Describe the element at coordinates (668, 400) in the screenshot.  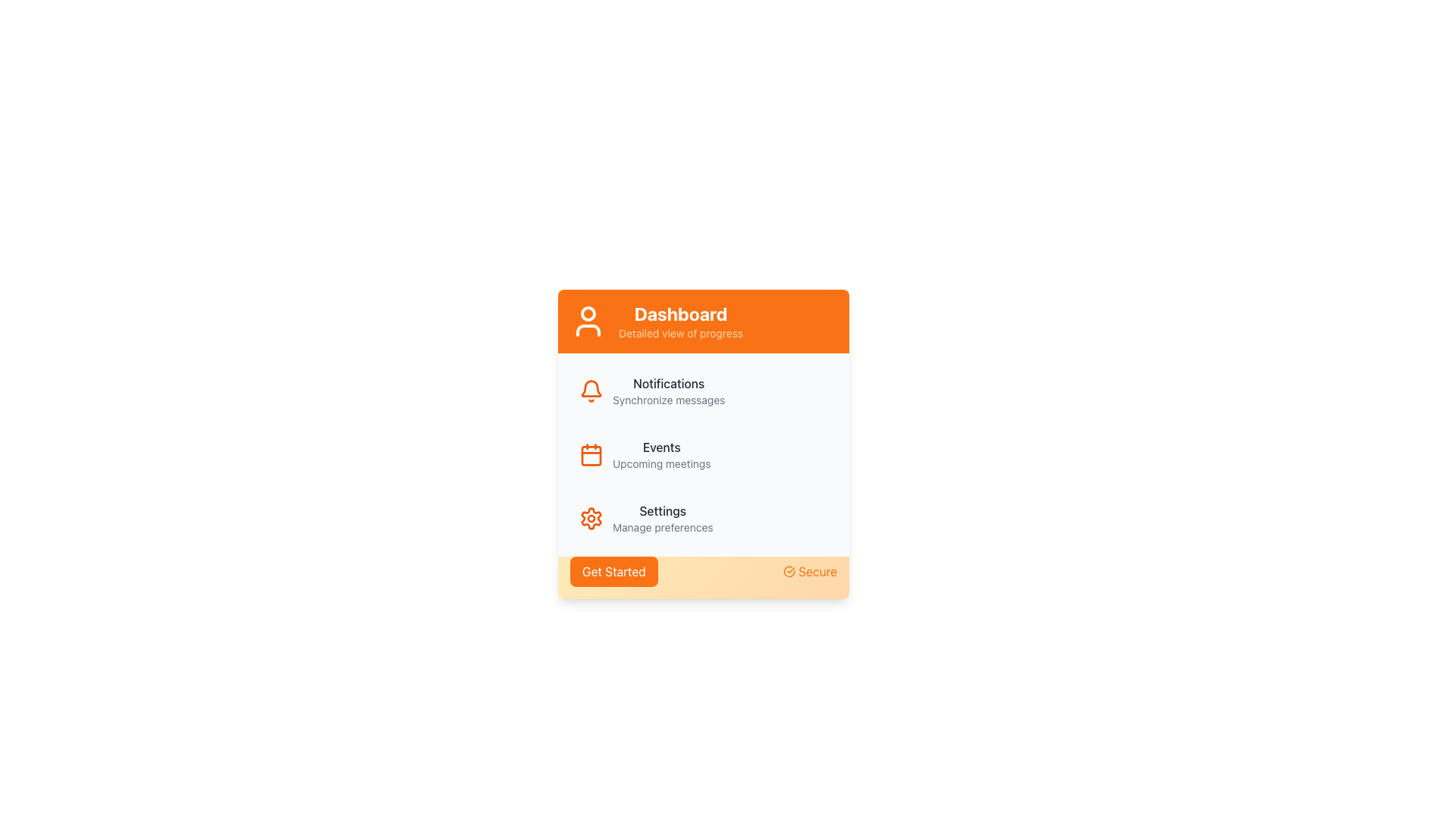
I see `text label that says 'Synchronize messages', which is styled in a smaller gray font and located beneath the 'Notifications' heading in the dashboard panel` at that location.